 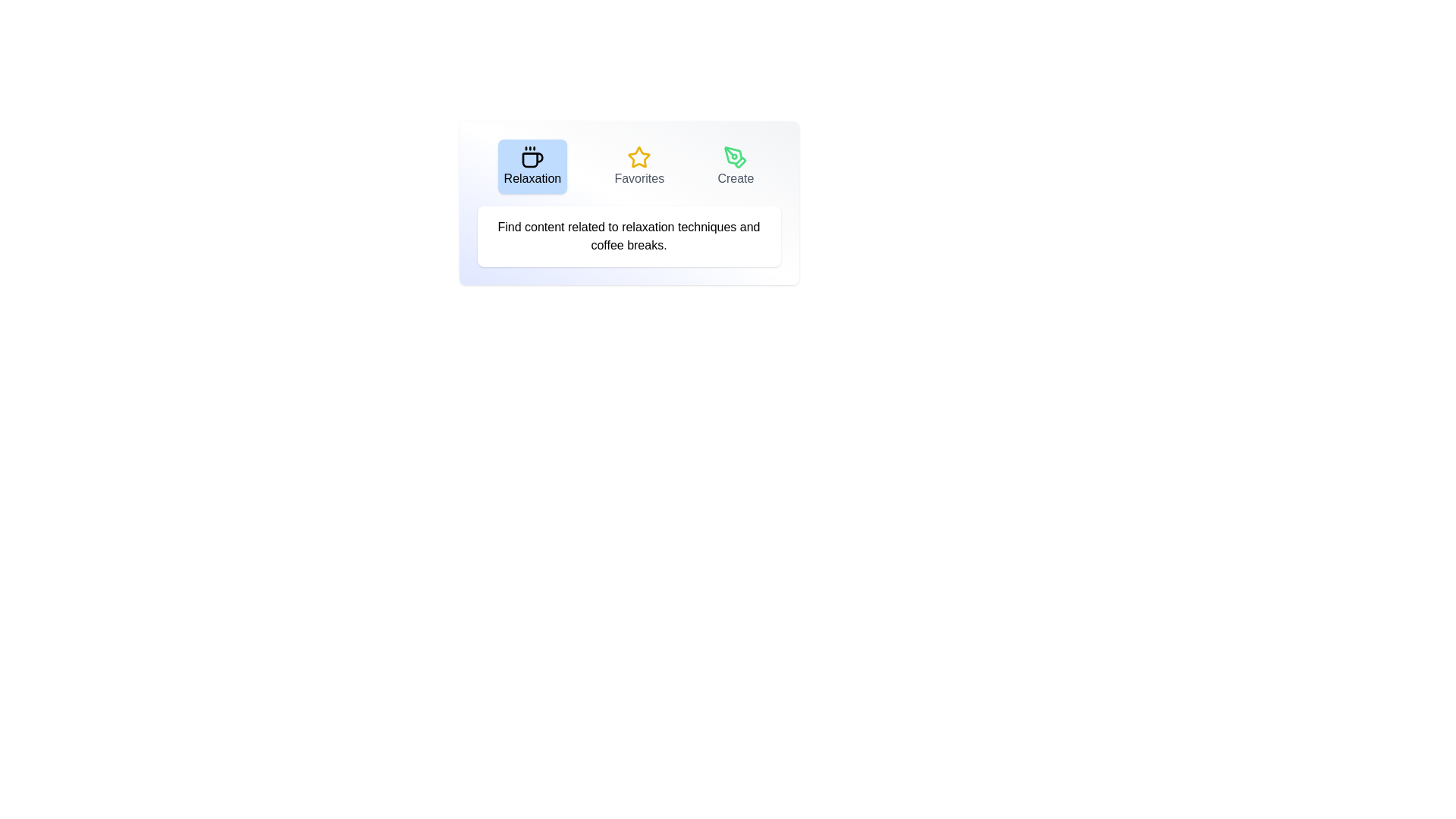 I want to click on the 'Relaxation' tab button to view its content, so click(x=532, y=166).